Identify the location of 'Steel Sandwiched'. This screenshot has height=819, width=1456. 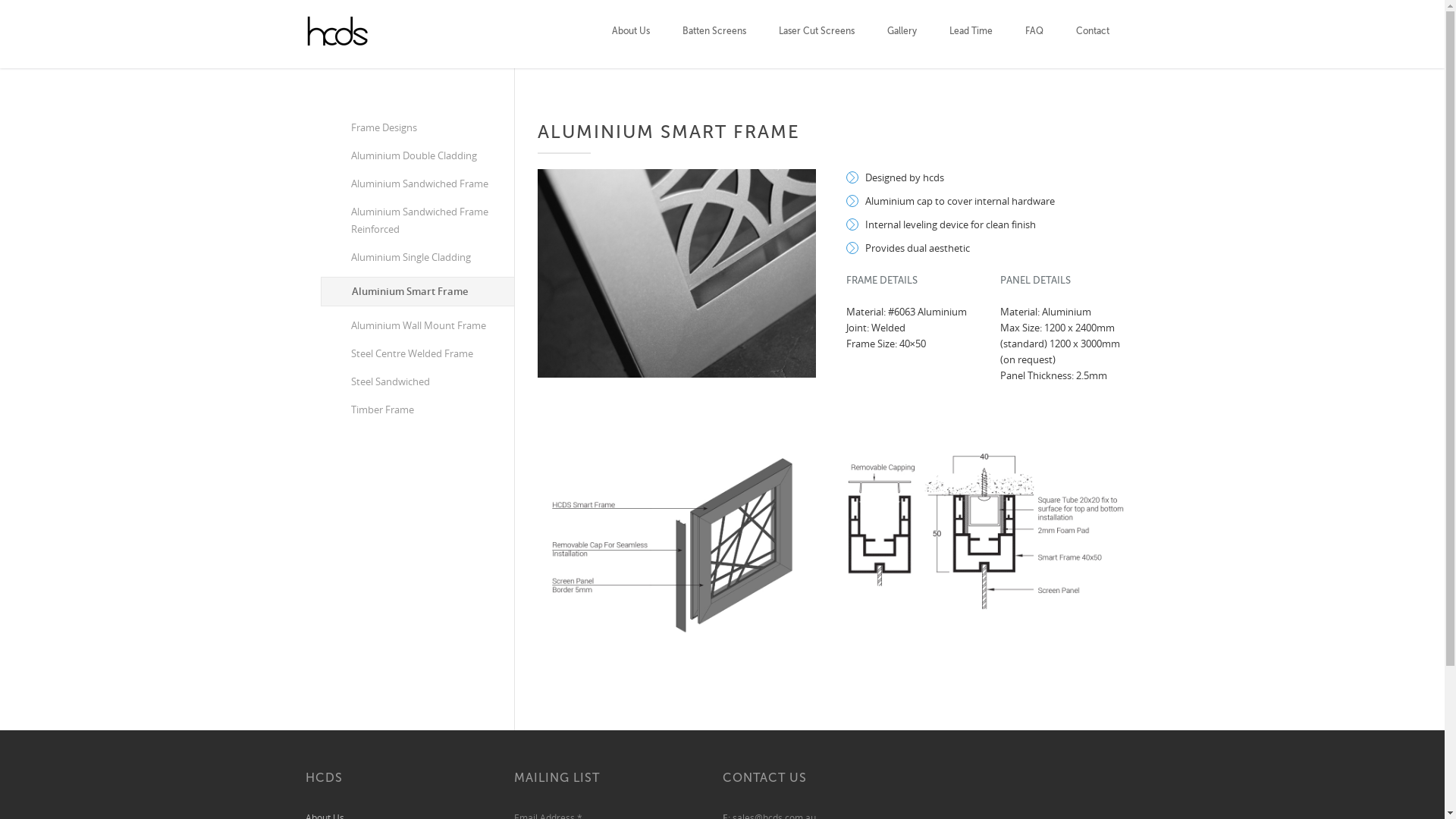
(416, 381).